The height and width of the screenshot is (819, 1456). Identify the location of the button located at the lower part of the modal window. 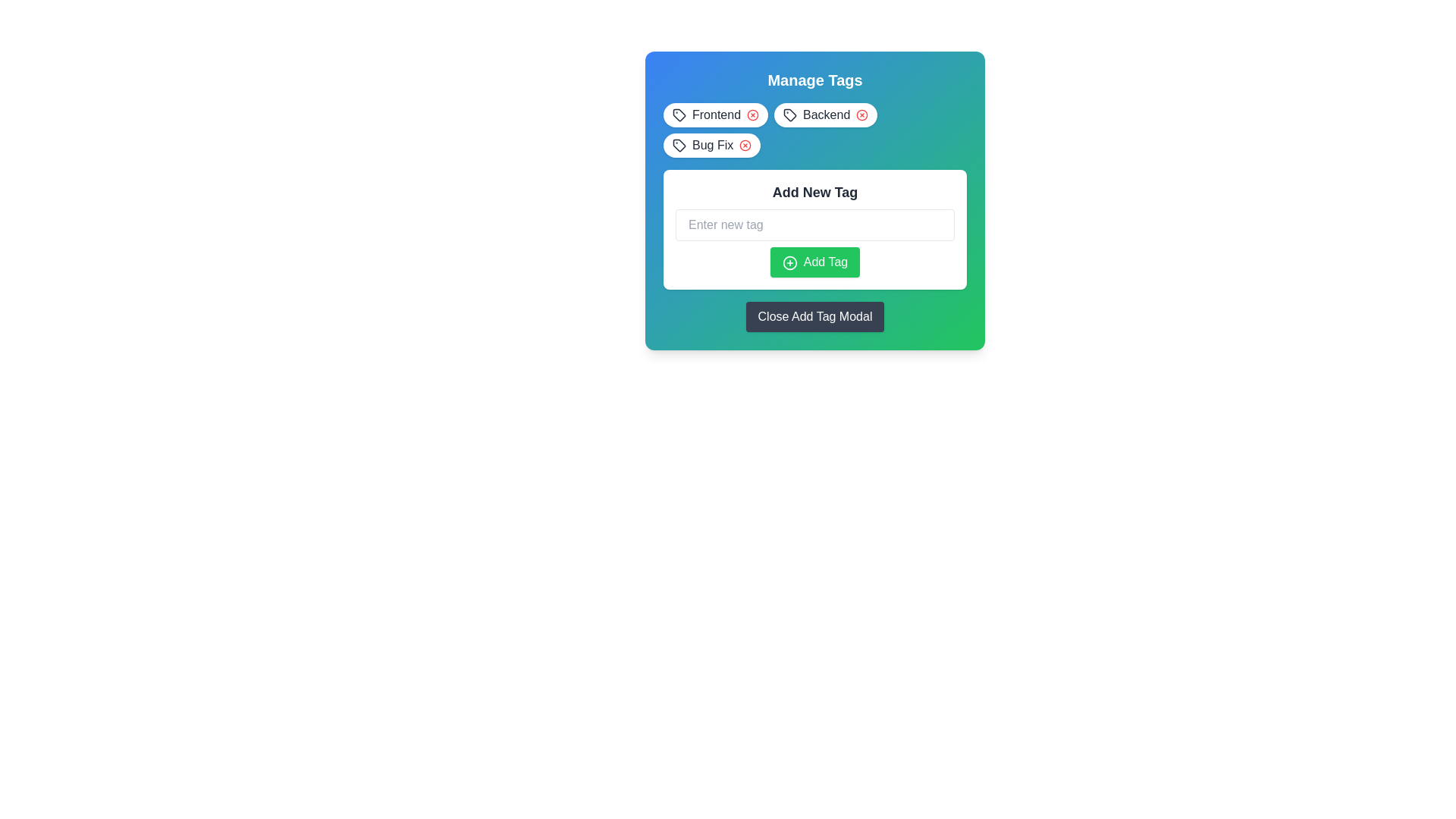
(814, 315).